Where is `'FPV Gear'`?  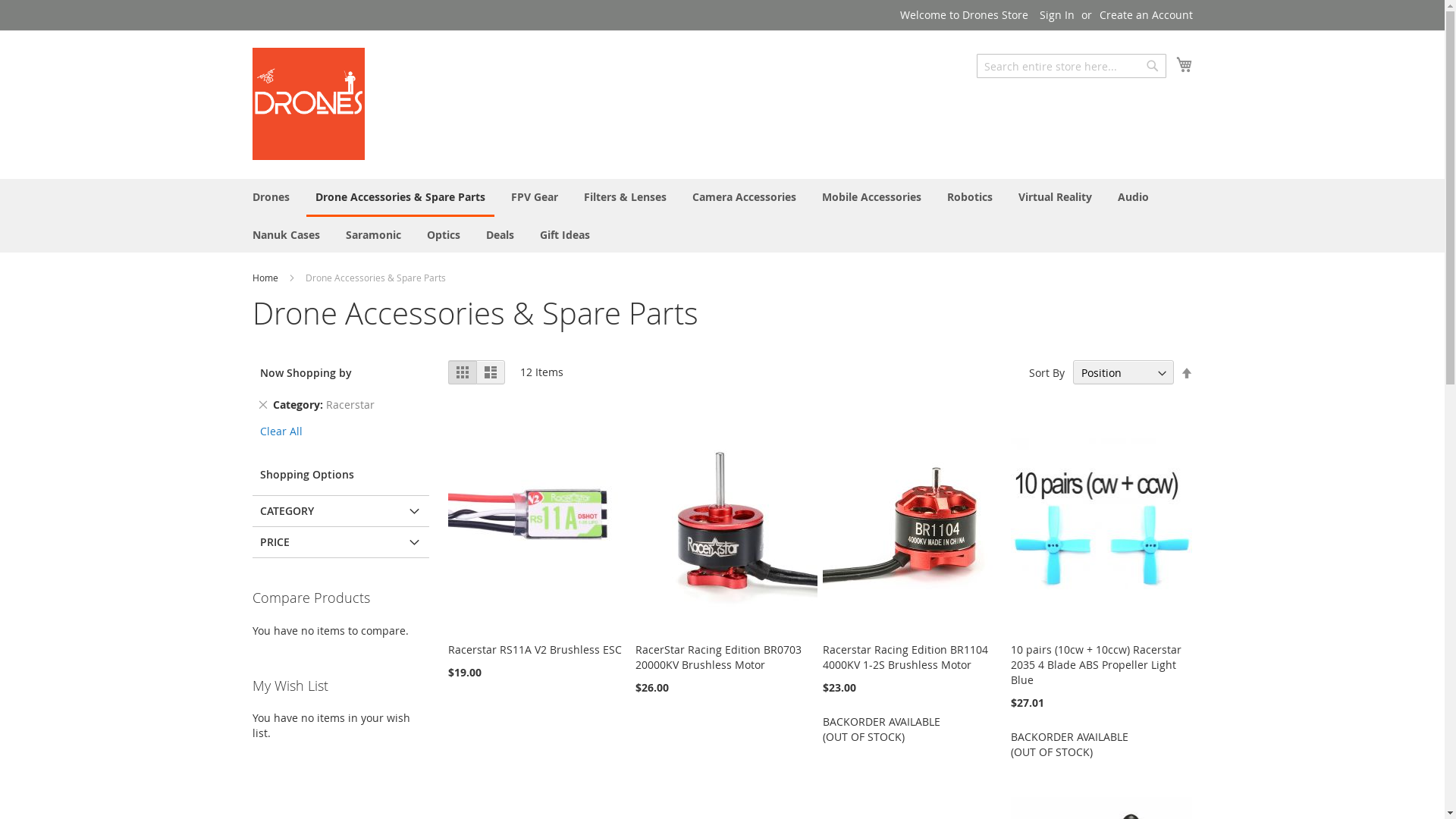 'FPV Gear' is located at coordinates (535, 196).